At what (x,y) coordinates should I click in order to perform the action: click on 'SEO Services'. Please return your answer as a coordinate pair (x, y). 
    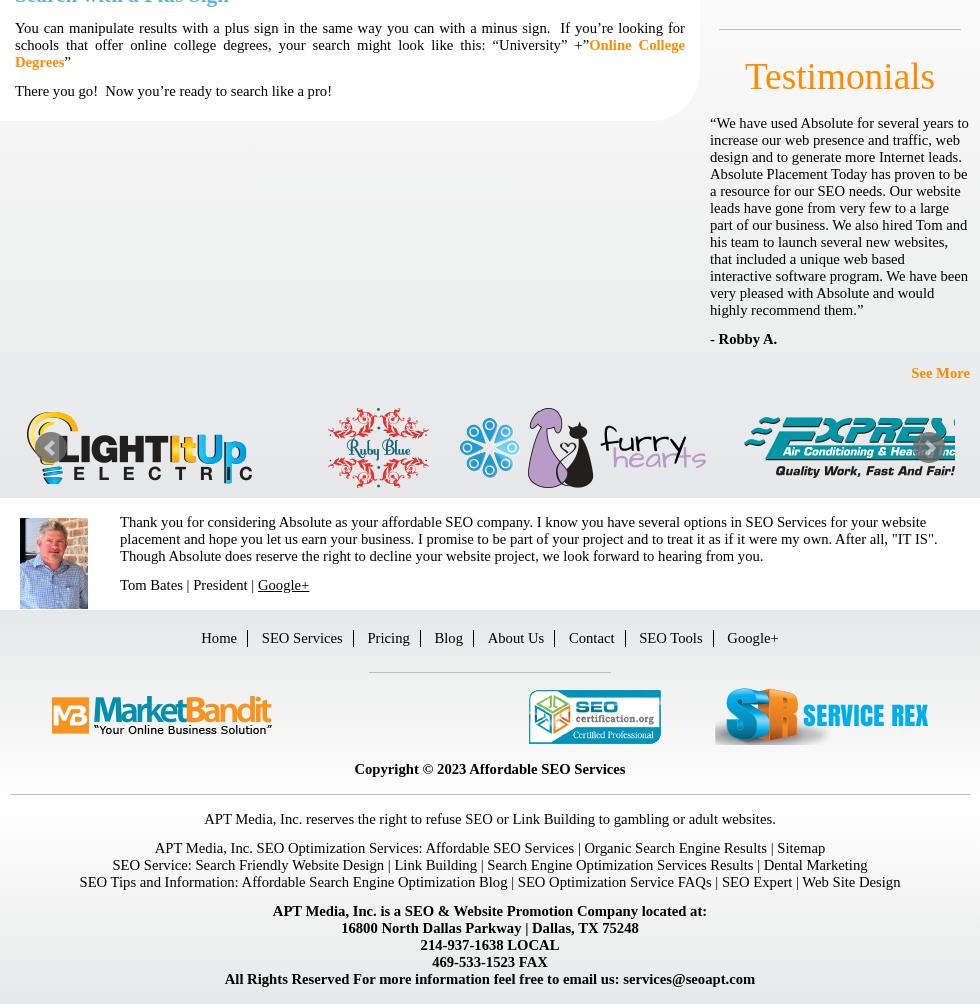
    Looking at the image, I should click on (301, 637).